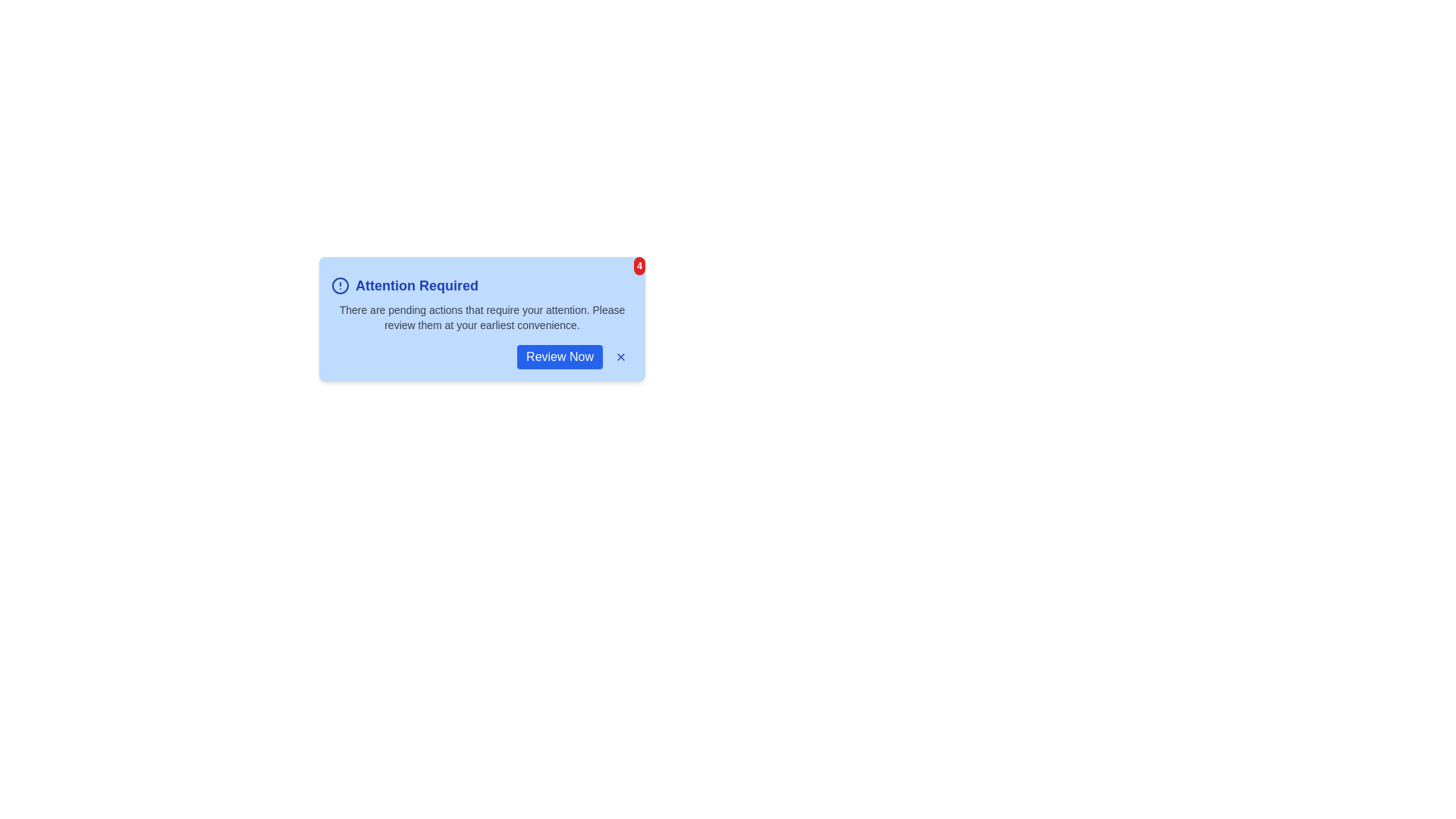 The image size is (1456, 819). I want to click on the notification icon resembling a circle with an exclamation mark inside it, which has a blue border and is positioned to the left of the 'Attention Required' text, so click(340, 286).